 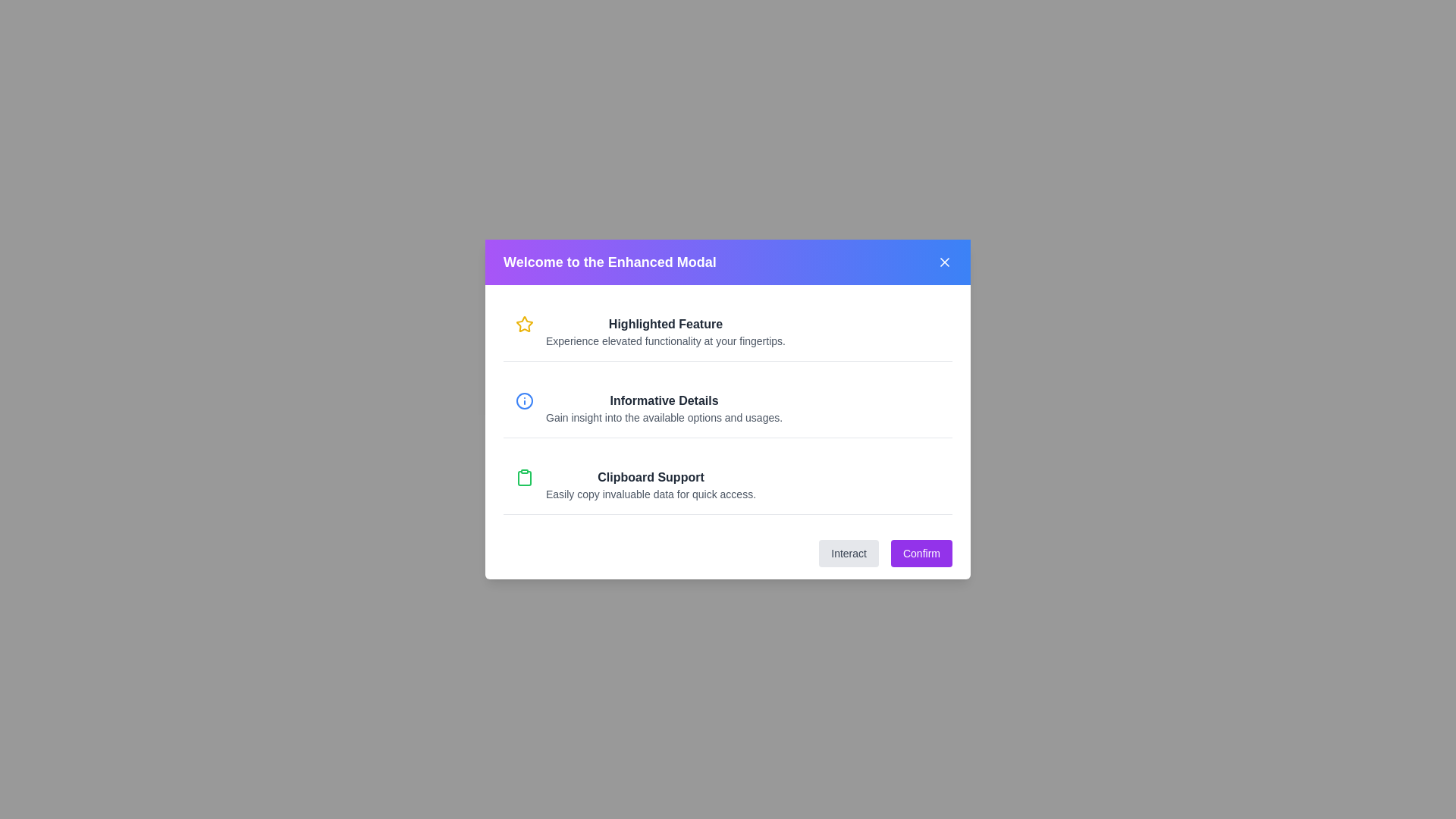 I want to click on the SVG-based icon resembling a cross in the top-right corner of the modal window to change its appearance, so click(x=943, y=262).